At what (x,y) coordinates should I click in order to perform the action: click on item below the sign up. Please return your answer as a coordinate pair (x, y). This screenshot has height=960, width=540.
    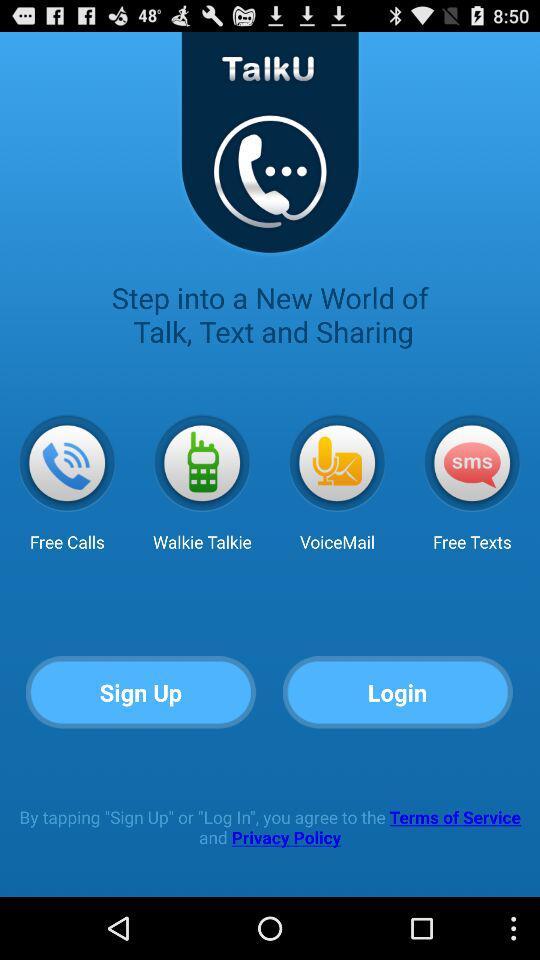
    Looking at the image, I should click on (270, 827).